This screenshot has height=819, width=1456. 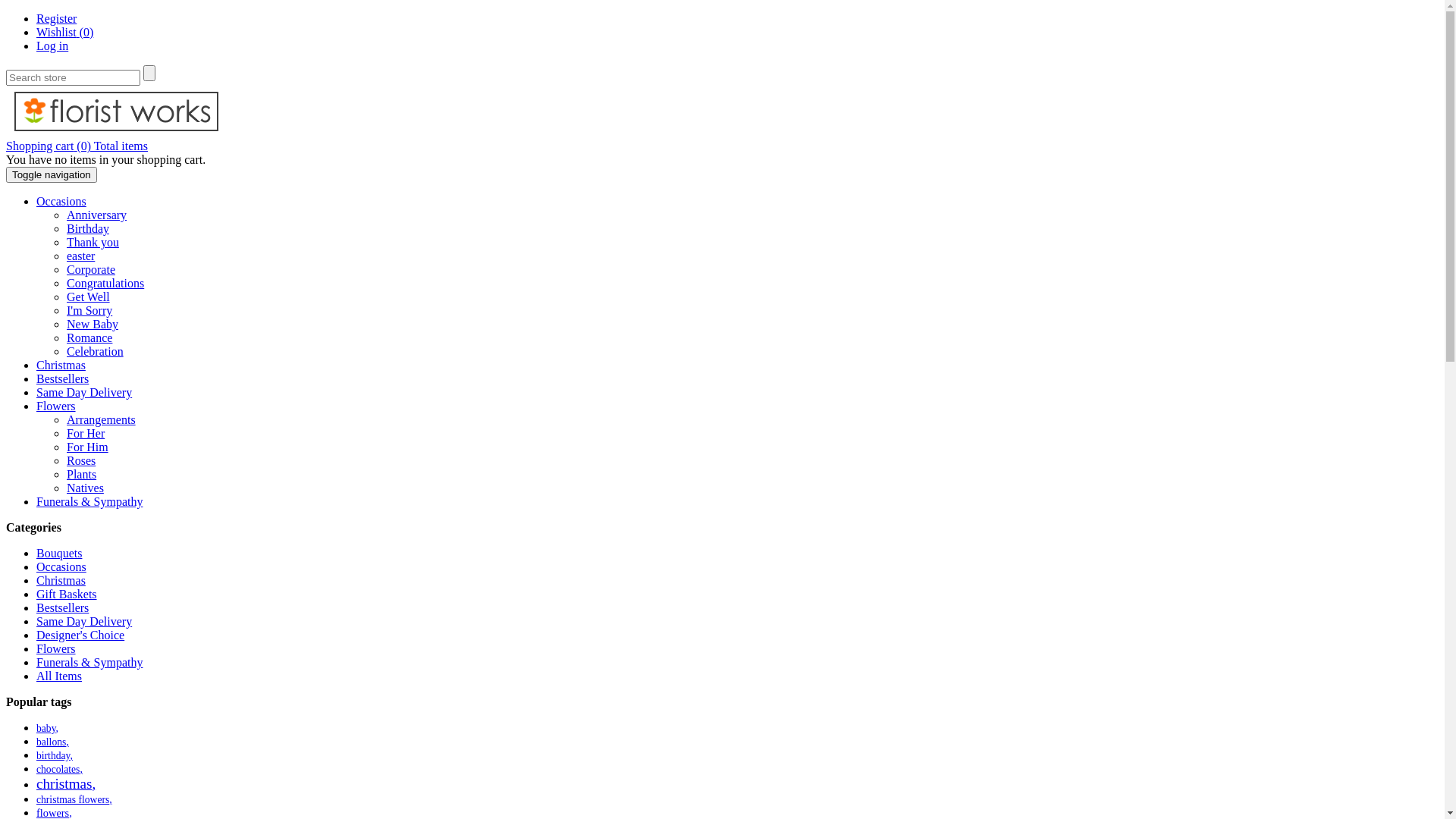 What do you see at coordinates (96, 215) in the screenshot?
I see `'Anniversary'` at bounding box center [96, 215].